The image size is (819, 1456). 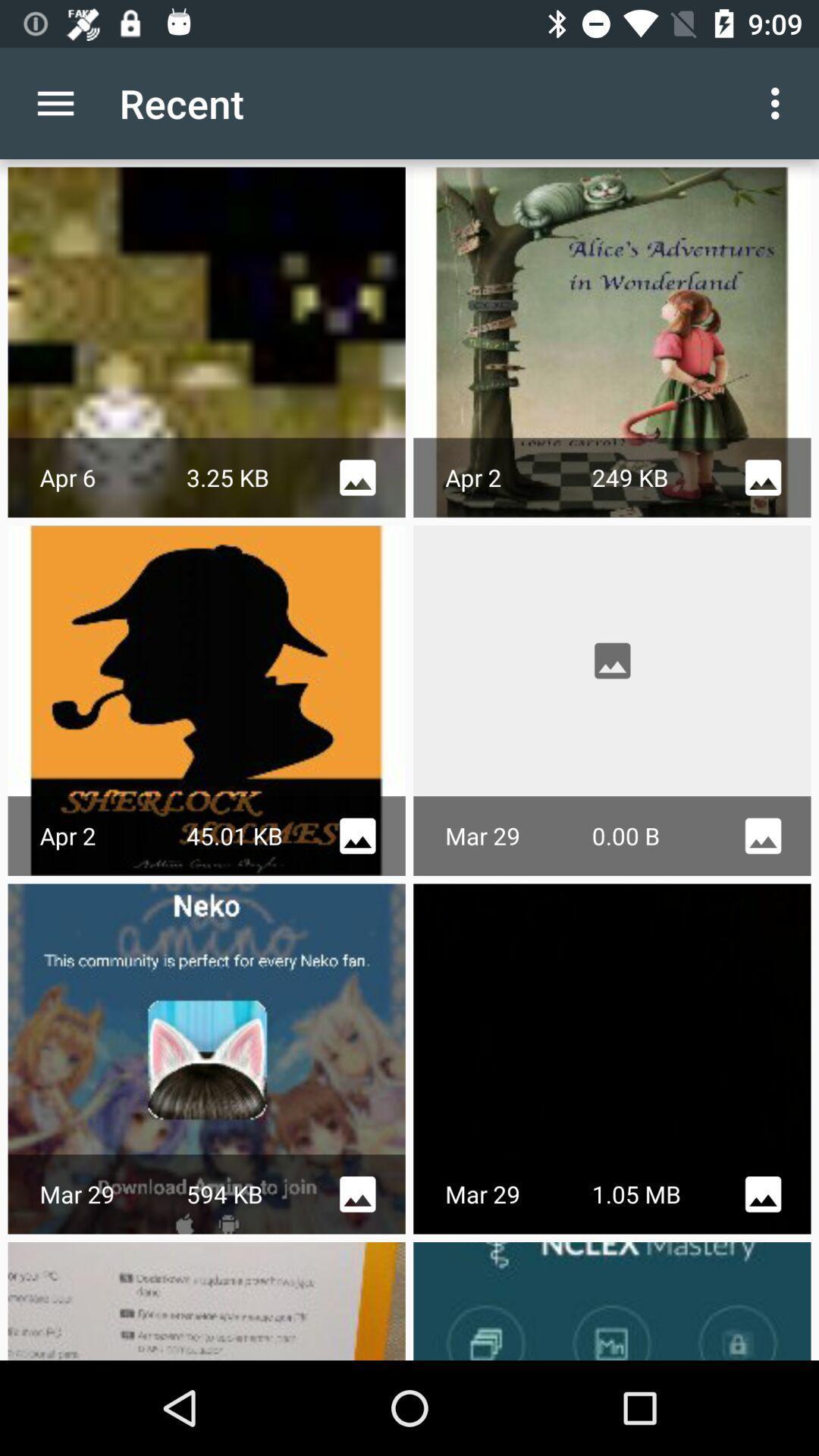 What do you see at coordinates (779, 102) in the screenshot?
I see `the item to the right of the recent item` at bounding box center [779, 102].